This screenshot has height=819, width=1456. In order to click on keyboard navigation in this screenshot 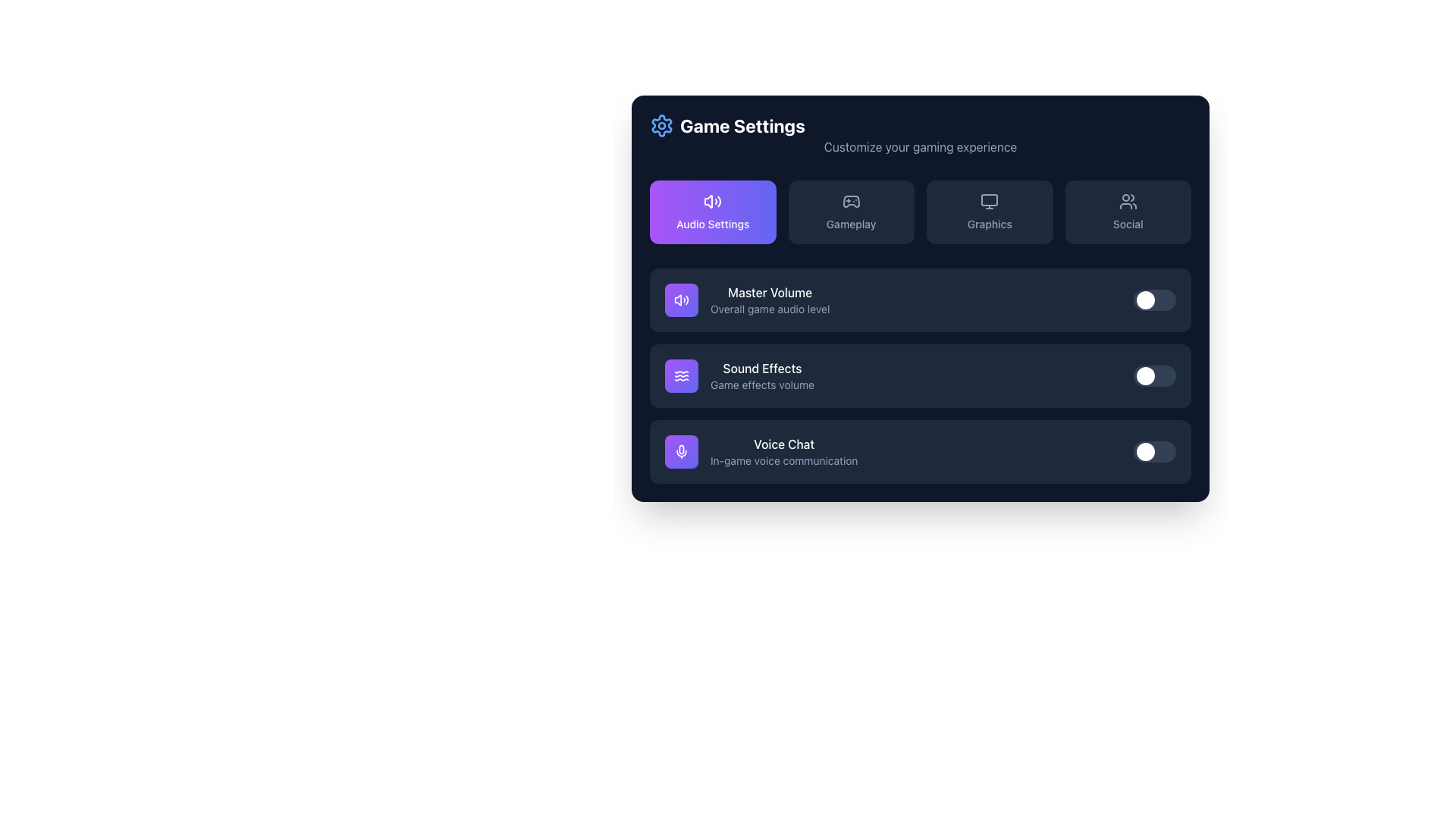, I will do `click(1153, 300)`.